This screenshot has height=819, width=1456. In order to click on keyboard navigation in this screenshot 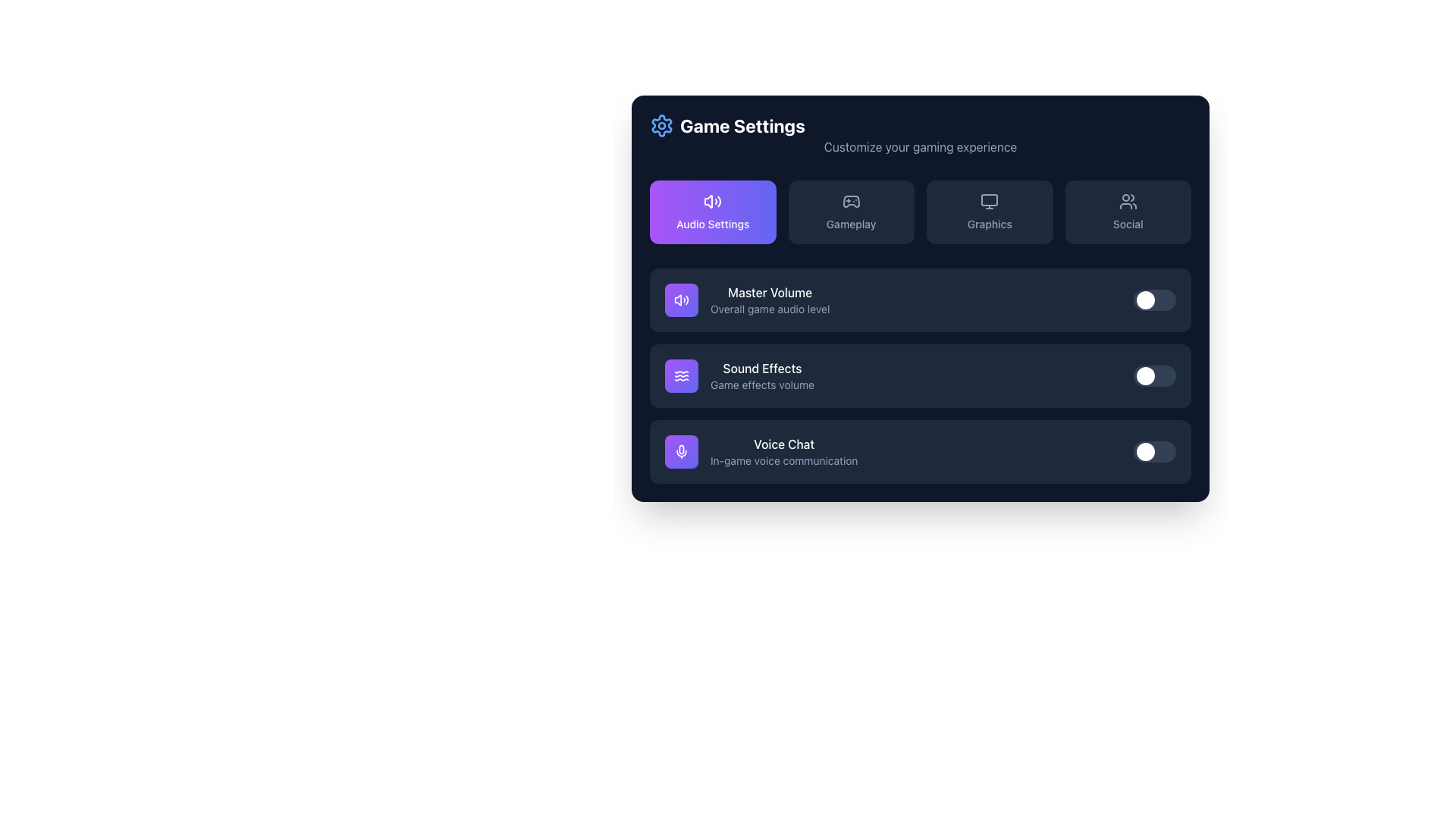, I will do `click(1153, 300)`.